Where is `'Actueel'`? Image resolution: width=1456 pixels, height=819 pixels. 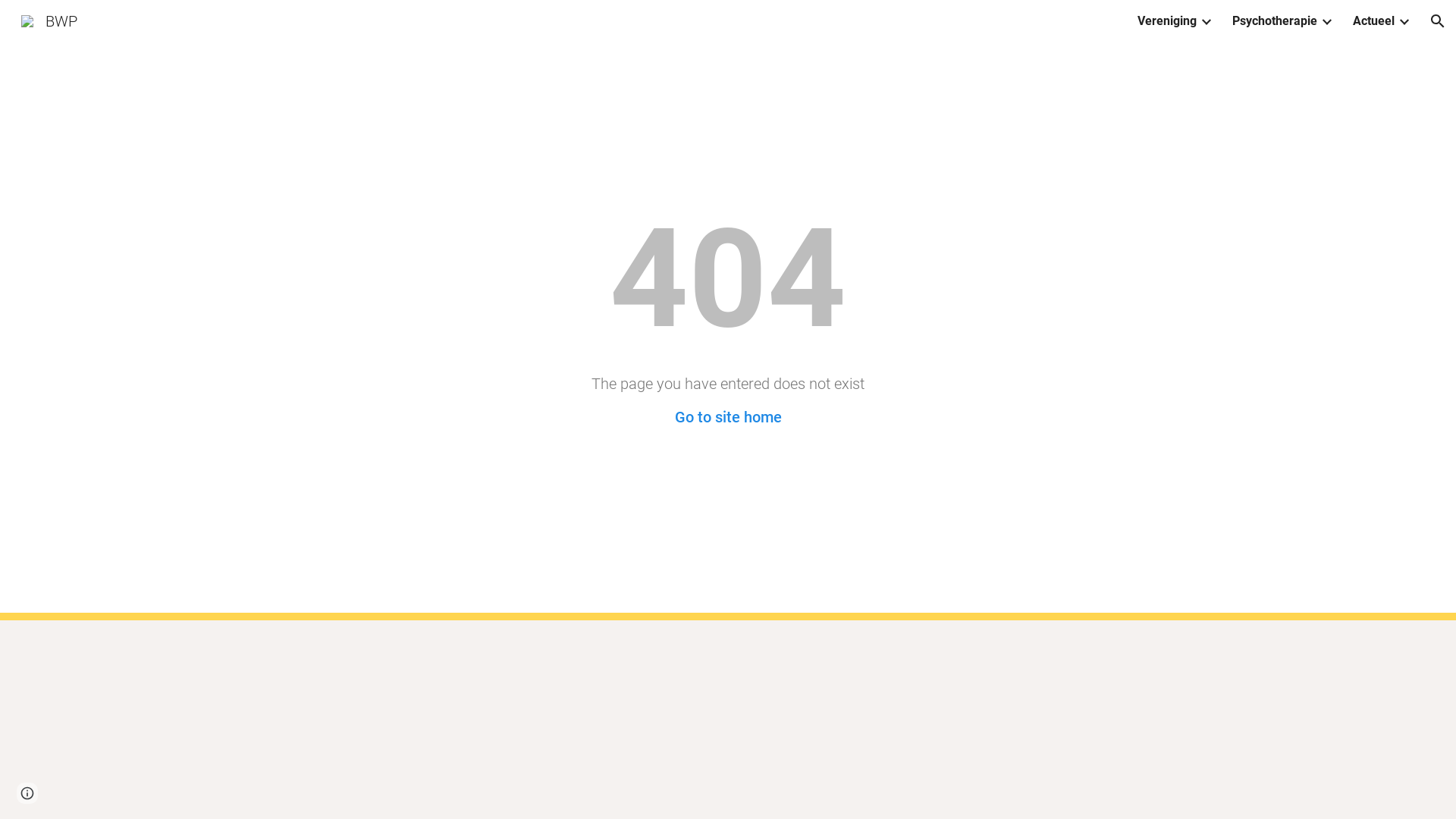 'Actueel' is located at coordinates (1353, 20).